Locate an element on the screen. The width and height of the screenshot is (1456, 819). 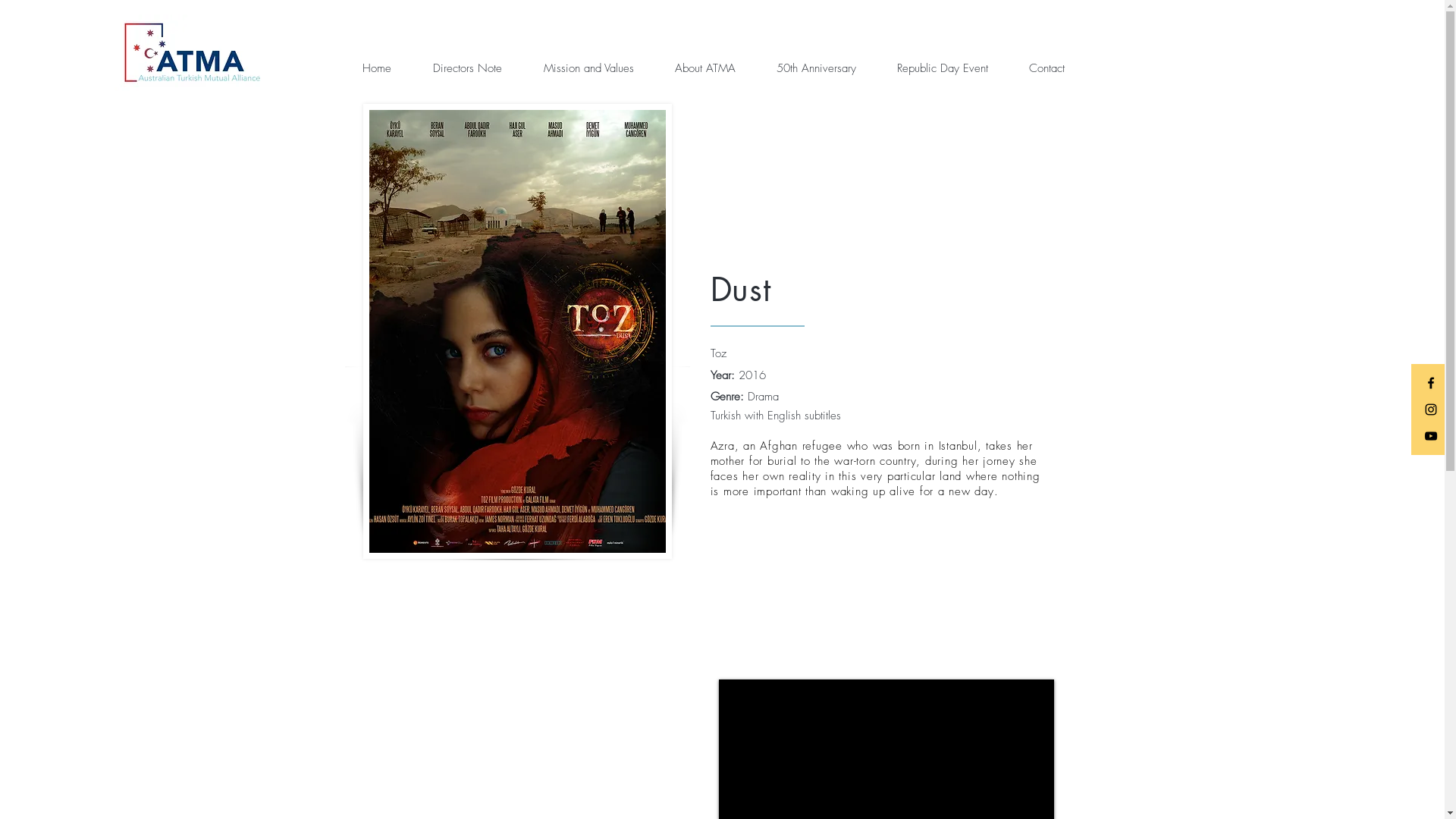
'Directors Note' is located at coordinates (475, 67).